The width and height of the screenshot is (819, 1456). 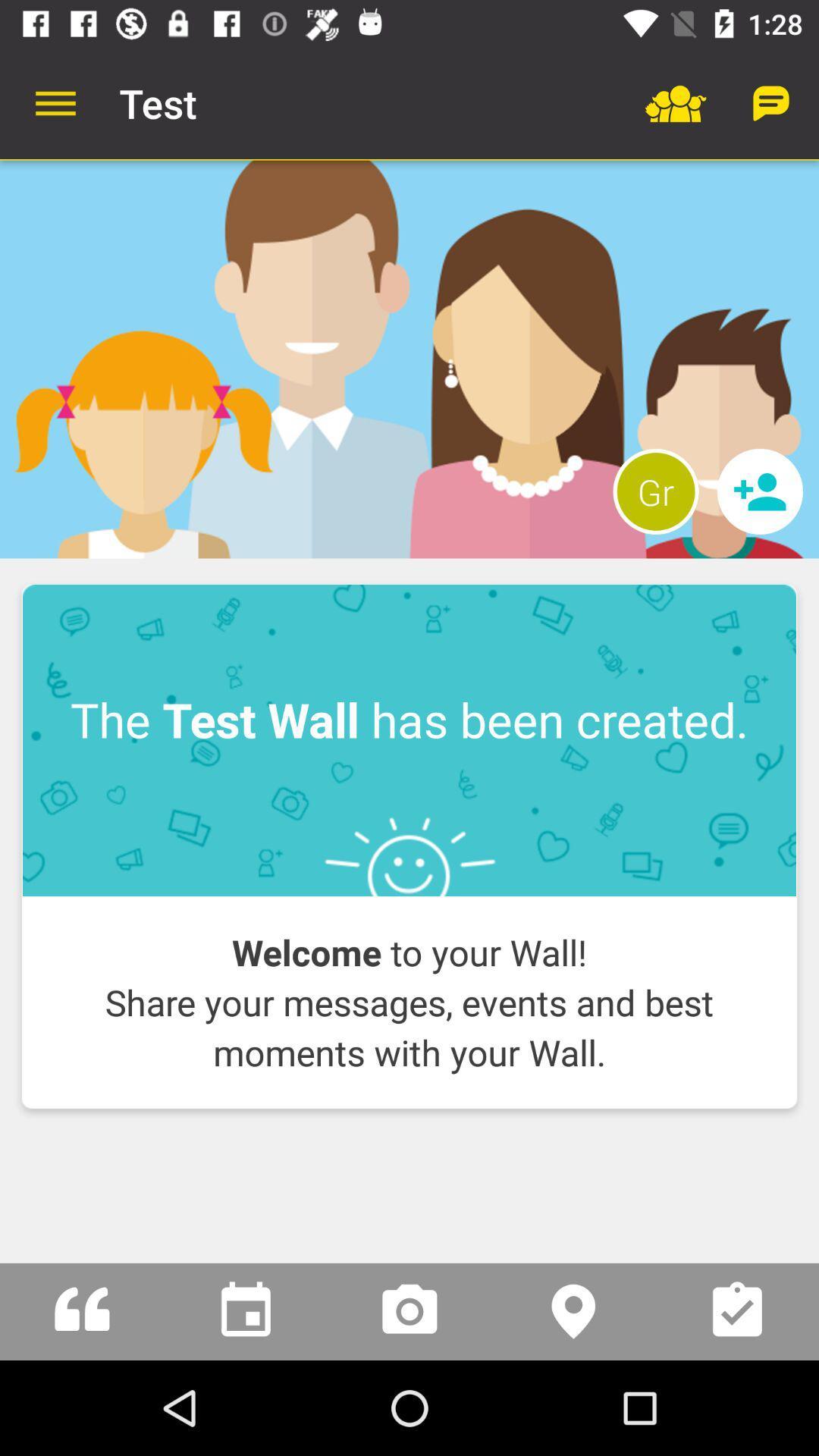 What do you see at coordinates (409, 359) in the screenshot?
I see `profile` at bounding box center [409, 359].